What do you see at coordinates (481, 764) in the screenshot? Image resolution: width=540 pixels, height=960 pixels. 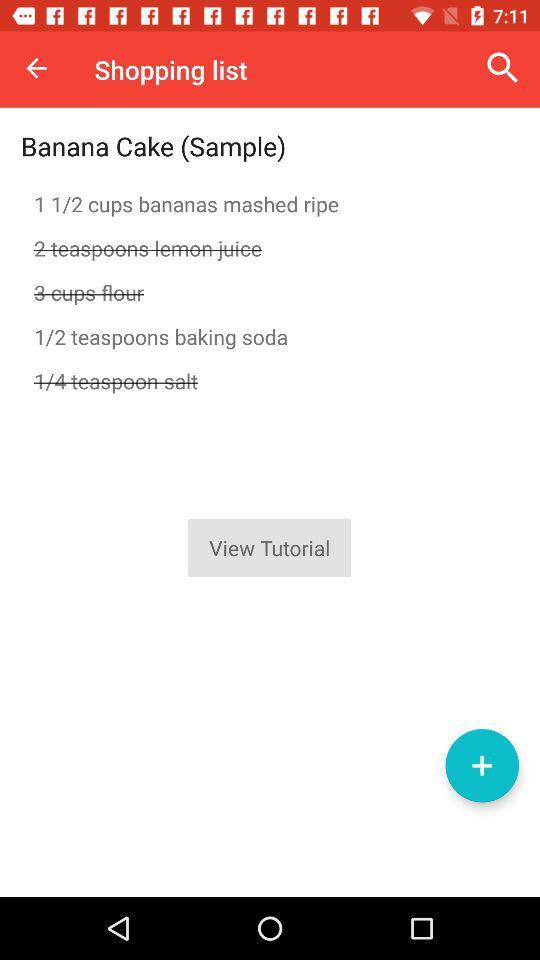 I see `new item` at bounding box center [481, 764].